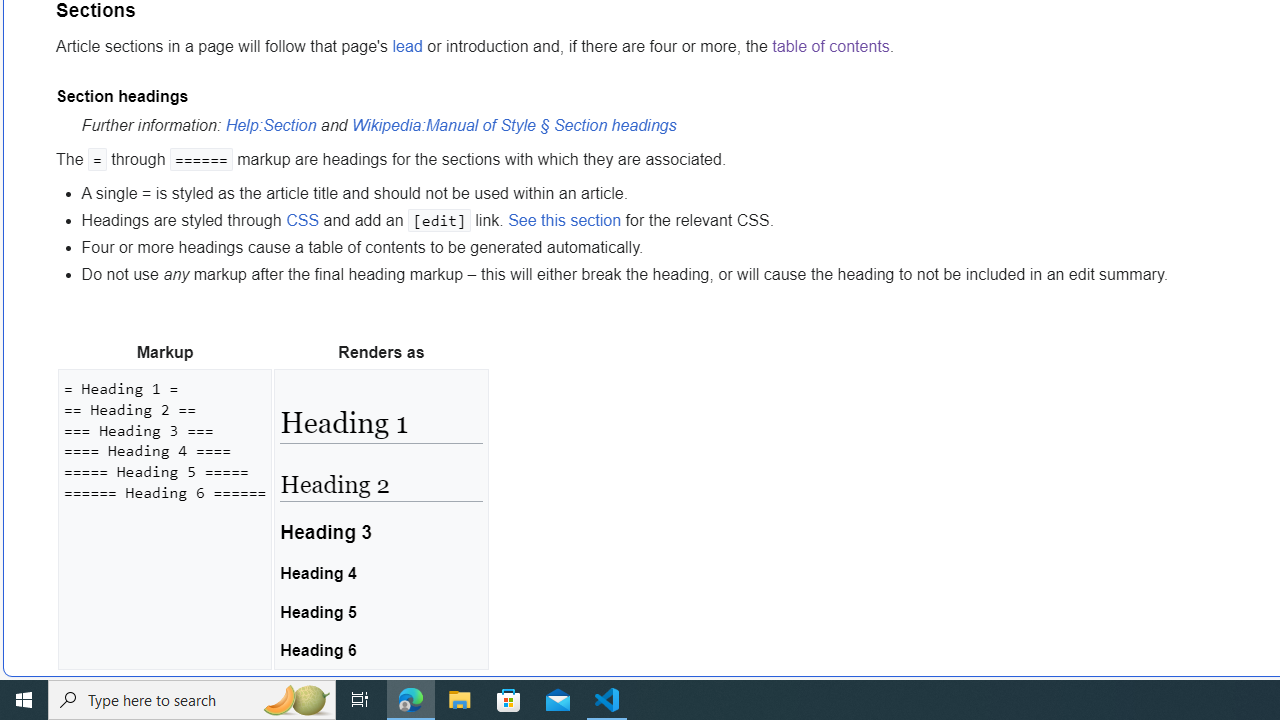  What do you see at coordinates (381, 352) in the screenshot?
I see `'Renders as'` at bounding box center [381, 352].